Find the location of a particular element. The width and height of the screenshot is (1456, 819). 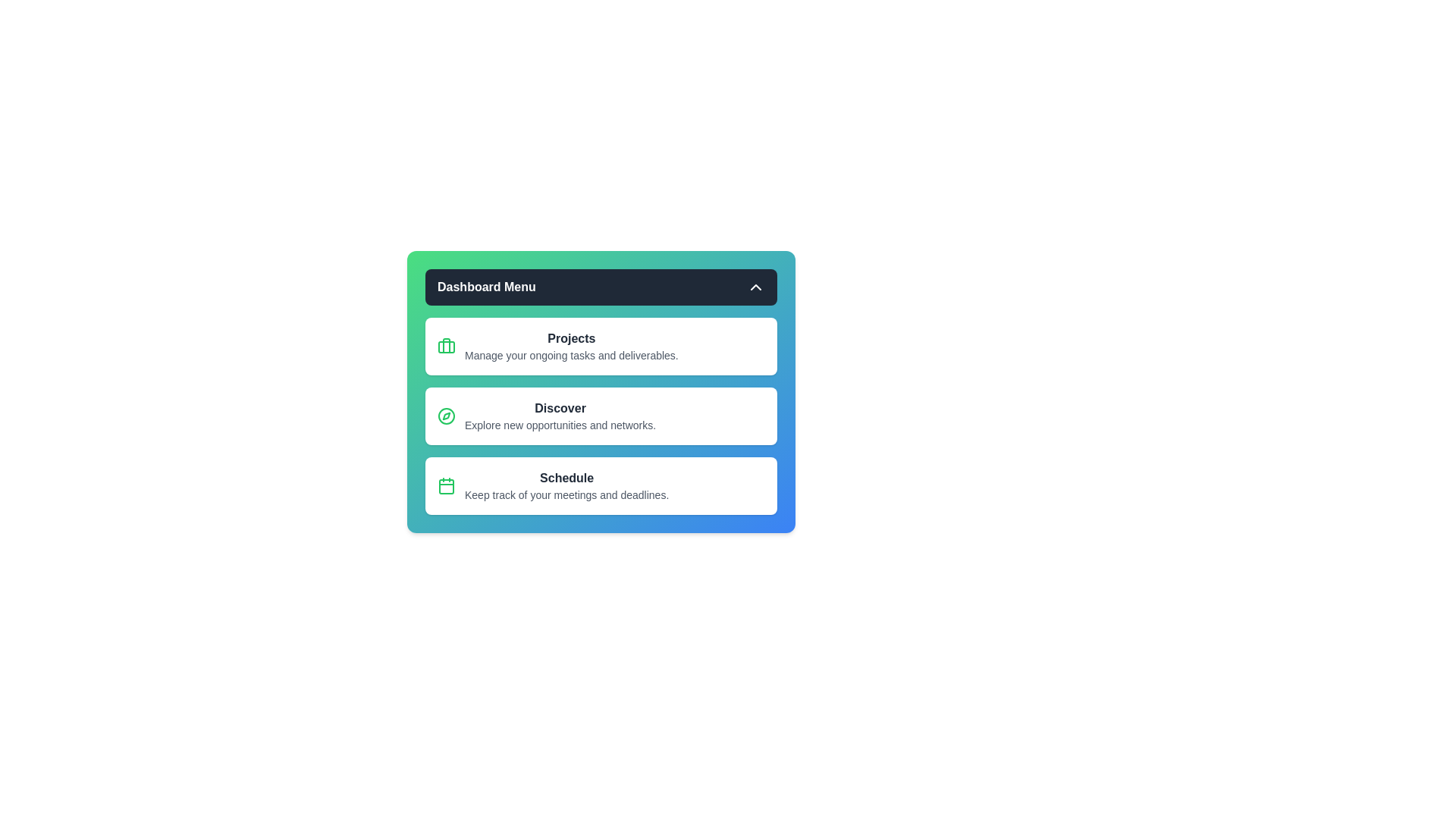

the menu item Schedule to observe its hover effect is located at coordinates (600, 485).